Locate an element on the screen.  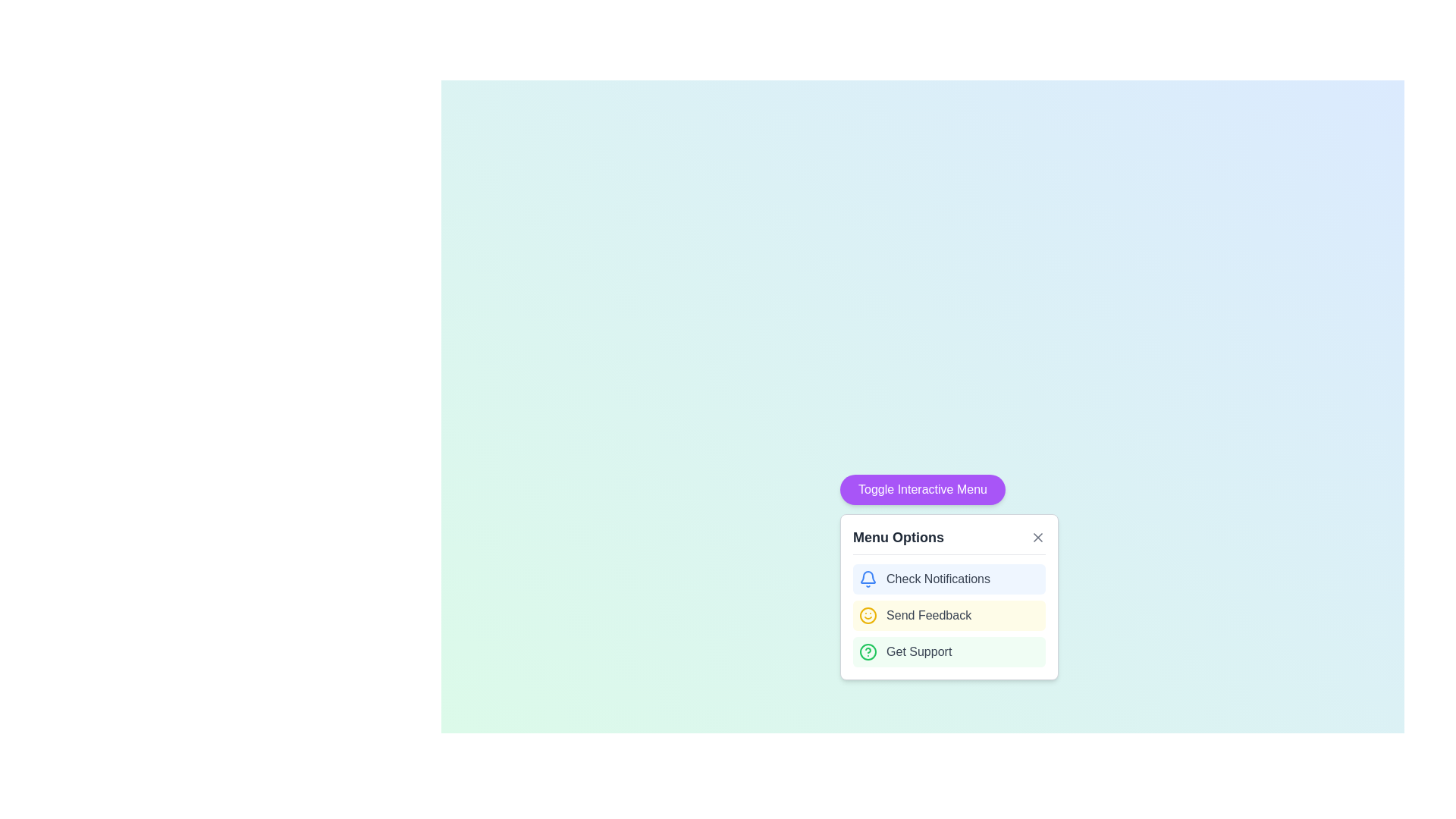
the core circle of the smiling face icon located in the Menu Options section to visually communicate feedback or emotion is located at coordinates (868, 616).